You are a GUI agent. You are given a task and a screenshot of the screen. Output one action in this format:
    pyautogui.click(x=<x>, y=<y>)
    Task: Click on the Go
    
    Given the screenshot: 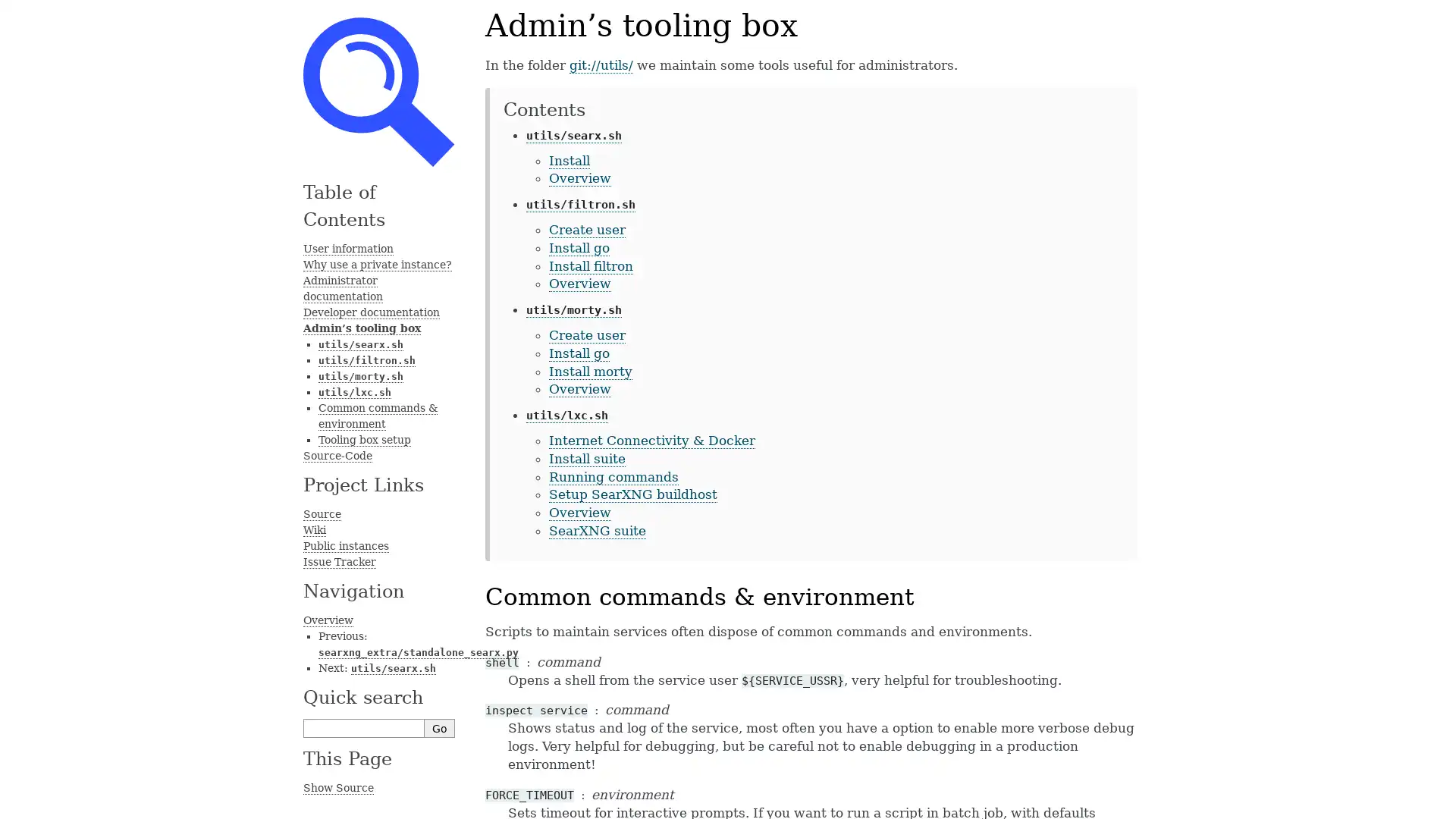 What is the action you would take?
    pyautogui.click(x=439, y=727)
    